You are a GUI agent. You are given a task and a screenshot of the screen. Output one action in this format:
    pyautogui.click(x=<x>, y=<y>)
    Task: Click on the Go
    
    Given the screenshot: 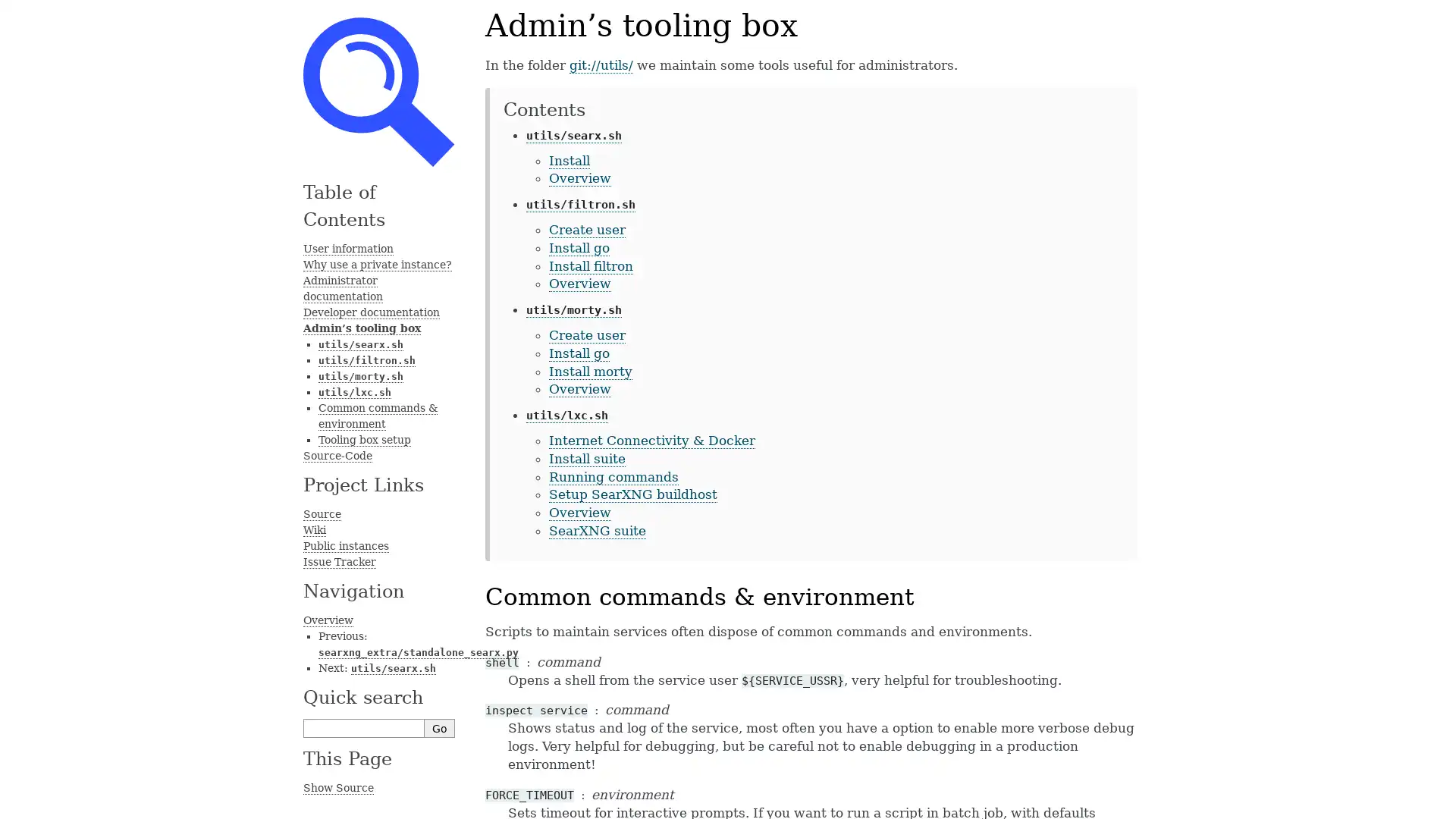 What is the action you would take?
    pyautogui.click(x=439, y=727)
    